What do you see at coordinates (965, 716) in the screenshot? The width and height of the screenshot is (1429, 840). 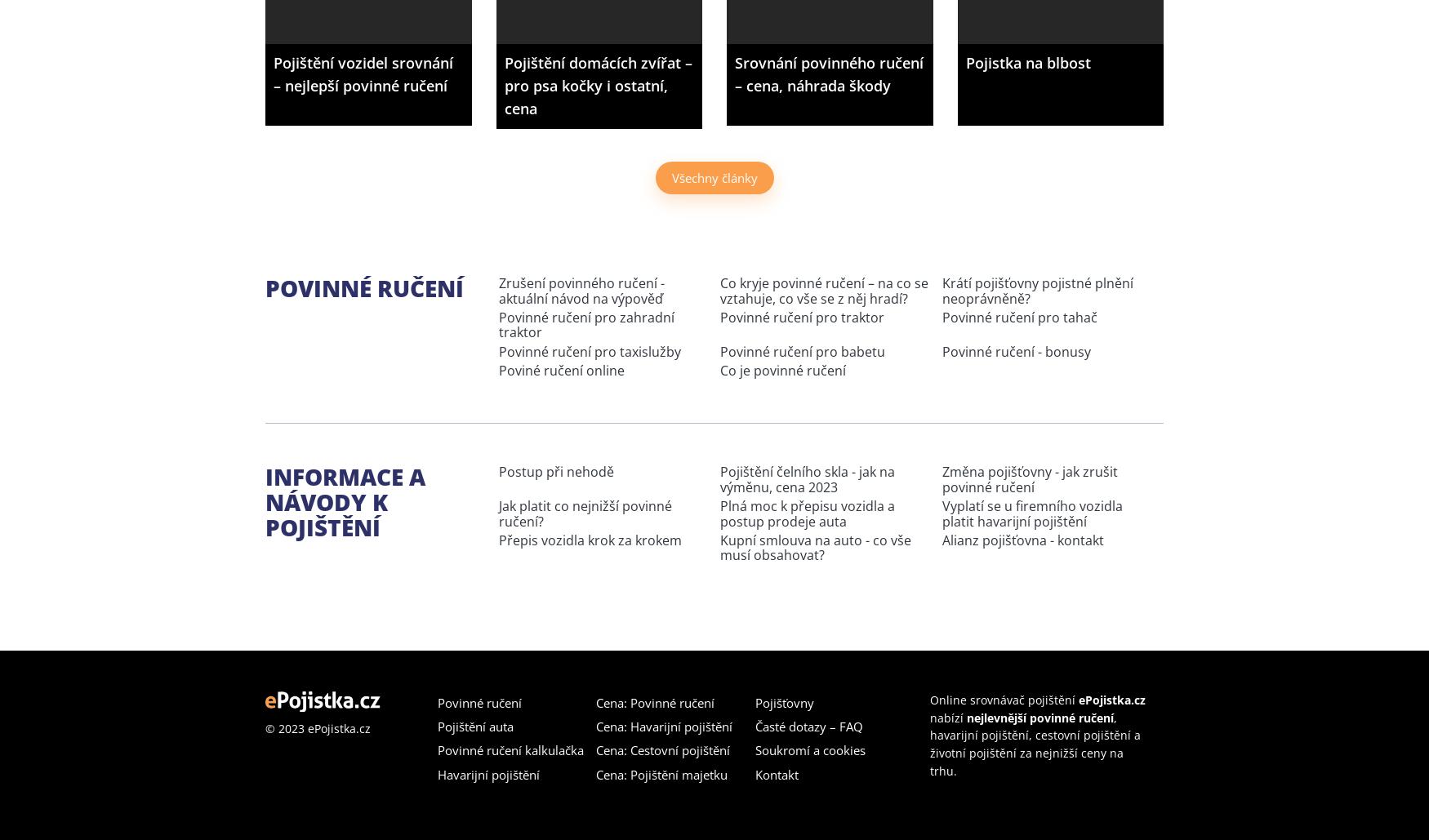 I see `'nejlevnější povinné ručení'` at bounding box center [965, 716].